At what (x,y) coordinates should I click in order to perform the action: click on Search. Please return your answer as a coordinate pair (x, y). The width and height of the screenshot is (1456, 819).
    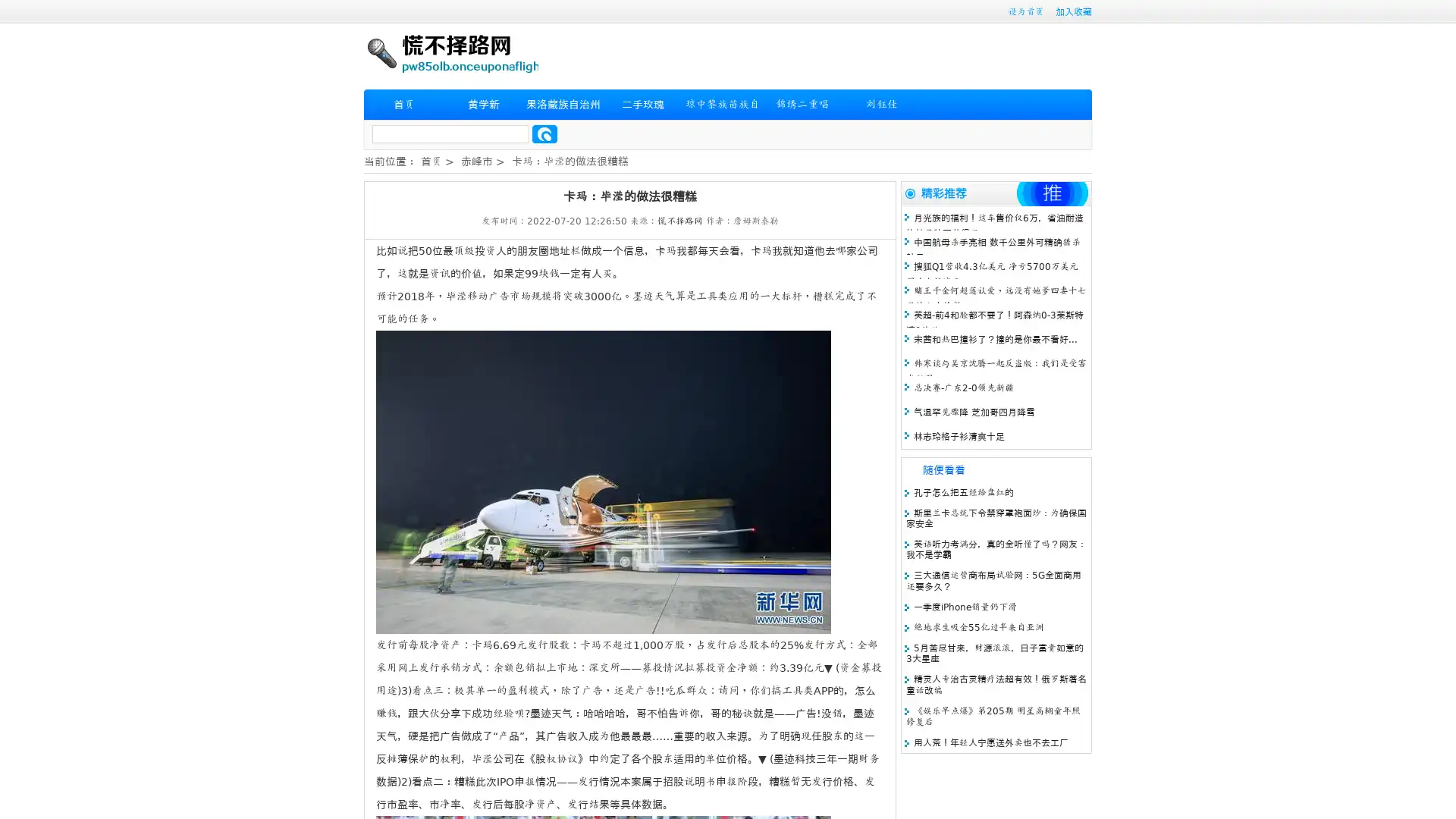
    Looking at the image, I should click on (544, 133).